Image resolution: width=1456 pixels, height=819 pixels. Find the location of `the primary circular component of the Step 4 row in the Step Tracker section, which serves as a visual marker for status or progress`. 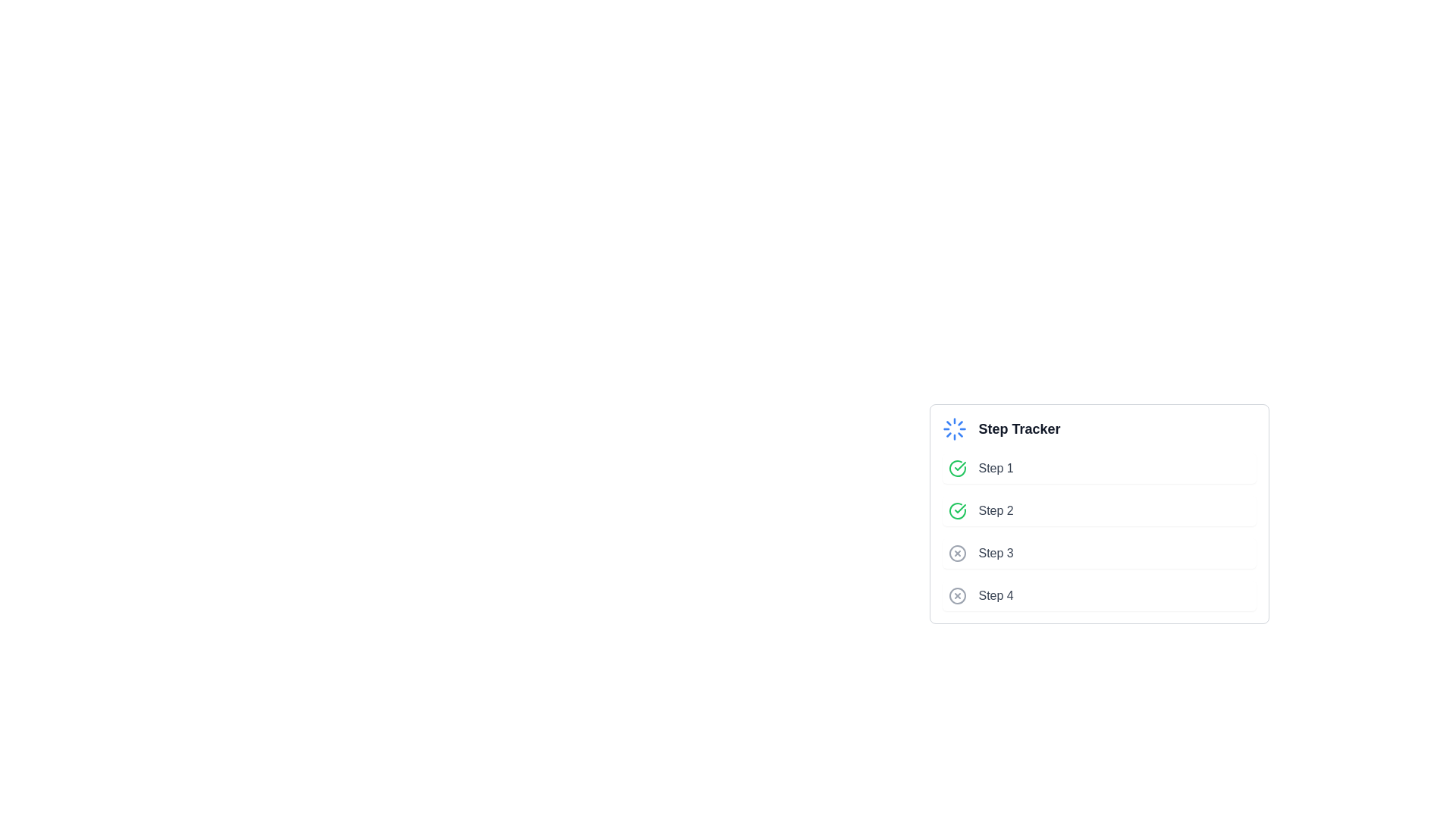

the primary circular component of the Step 4 row in the Step Tracker section, which serves as a visual marker for status or progress is located at coordinates (956, 595).